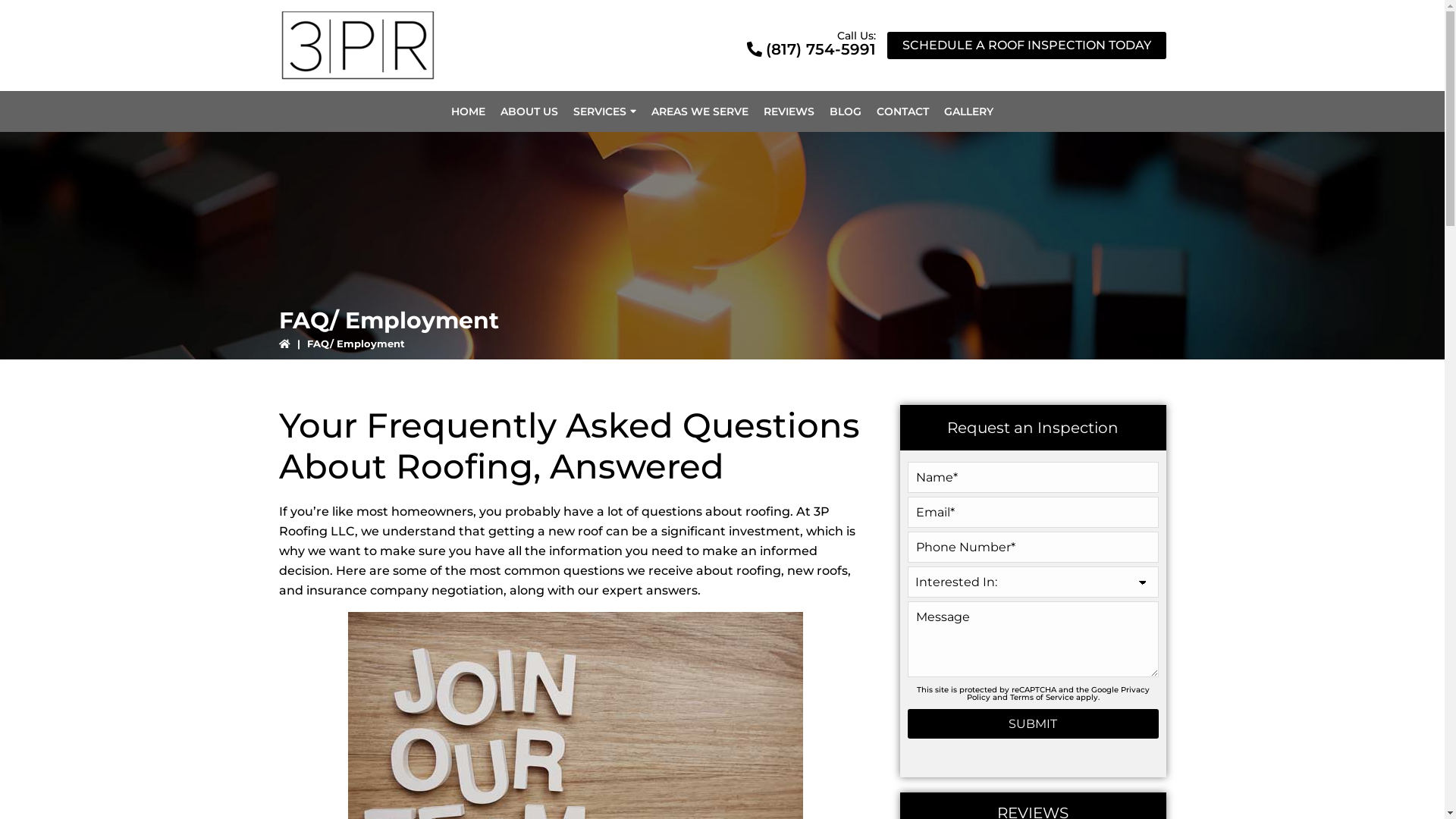 The height and width of the screenshot is (819, 1456). Describe the element at coordinates (935, 110) in the screenshot. I see `'GALLERY'` at that location.